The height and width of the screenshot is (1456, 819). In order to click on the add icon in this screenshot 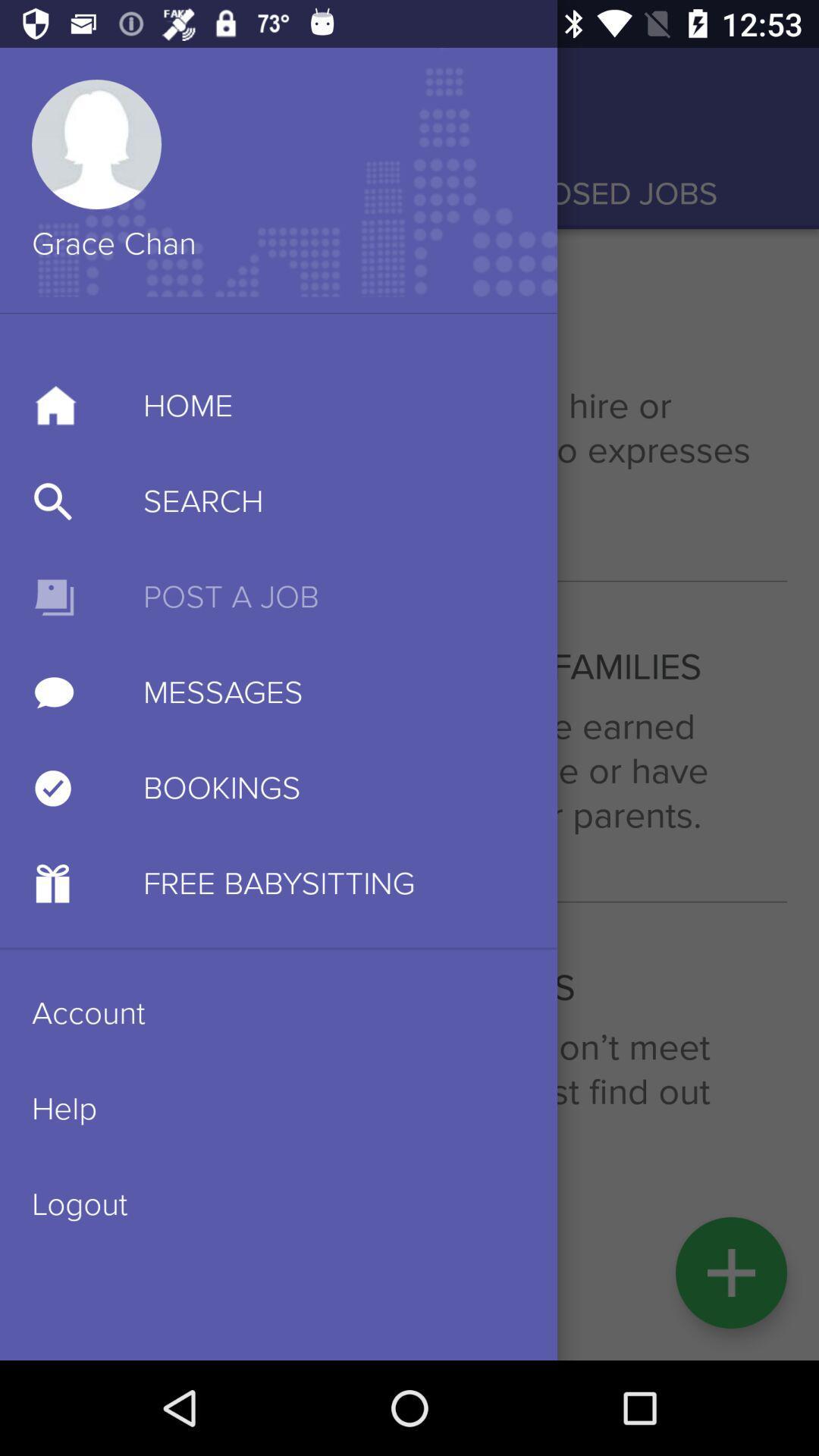, I will do `click(730, 1272)`.